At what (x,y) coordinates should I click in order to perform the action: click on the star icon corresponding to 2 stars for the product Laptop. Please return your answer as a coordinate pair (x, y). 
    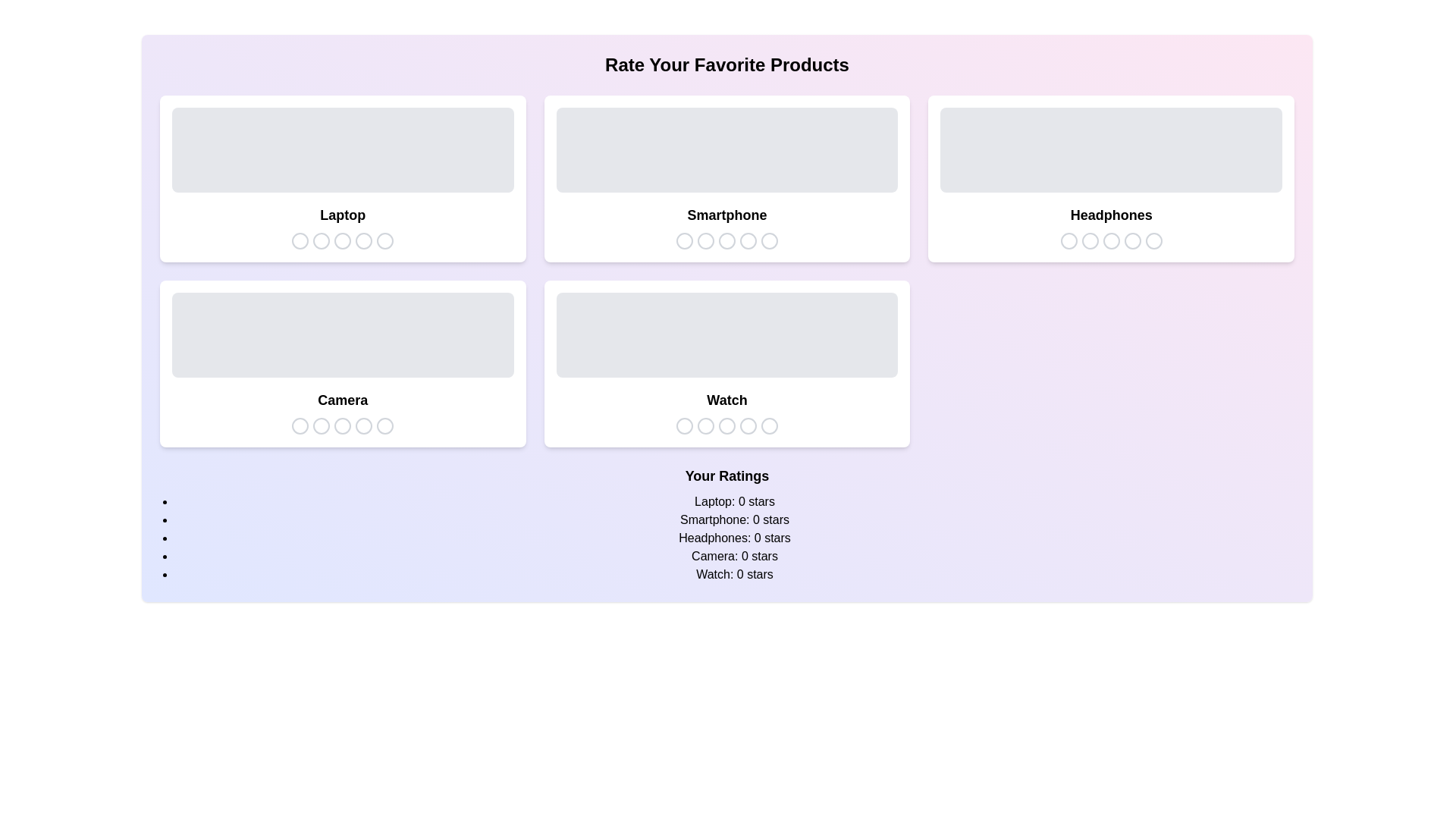
    Looking at the image, I should click on (320, 240).